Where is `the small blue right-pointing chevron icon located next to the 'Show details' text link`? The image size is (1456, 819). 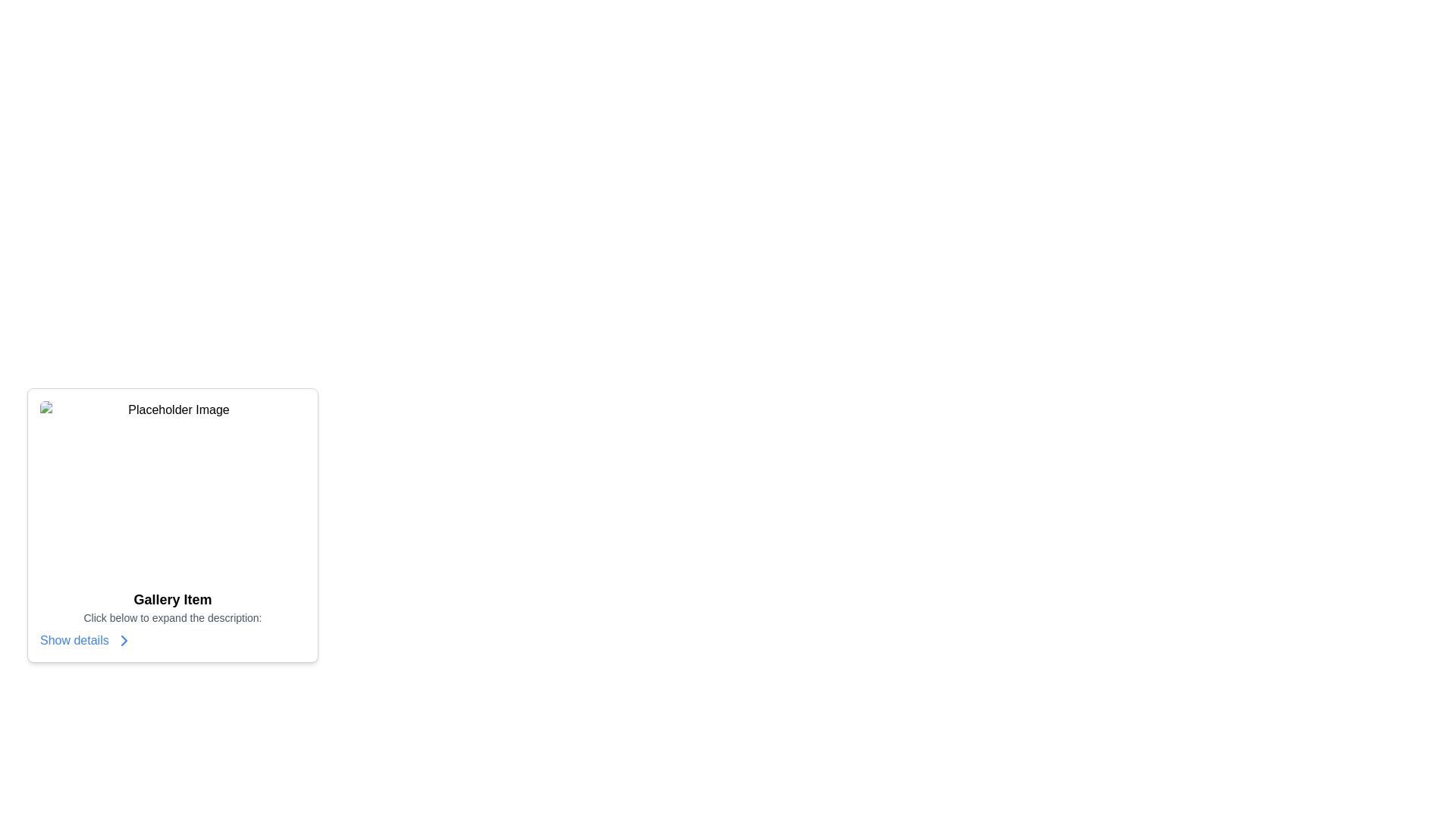
the small blue right-pointing chevron icon located next to the 'Show details' text link is located at coordinates (124, 640).